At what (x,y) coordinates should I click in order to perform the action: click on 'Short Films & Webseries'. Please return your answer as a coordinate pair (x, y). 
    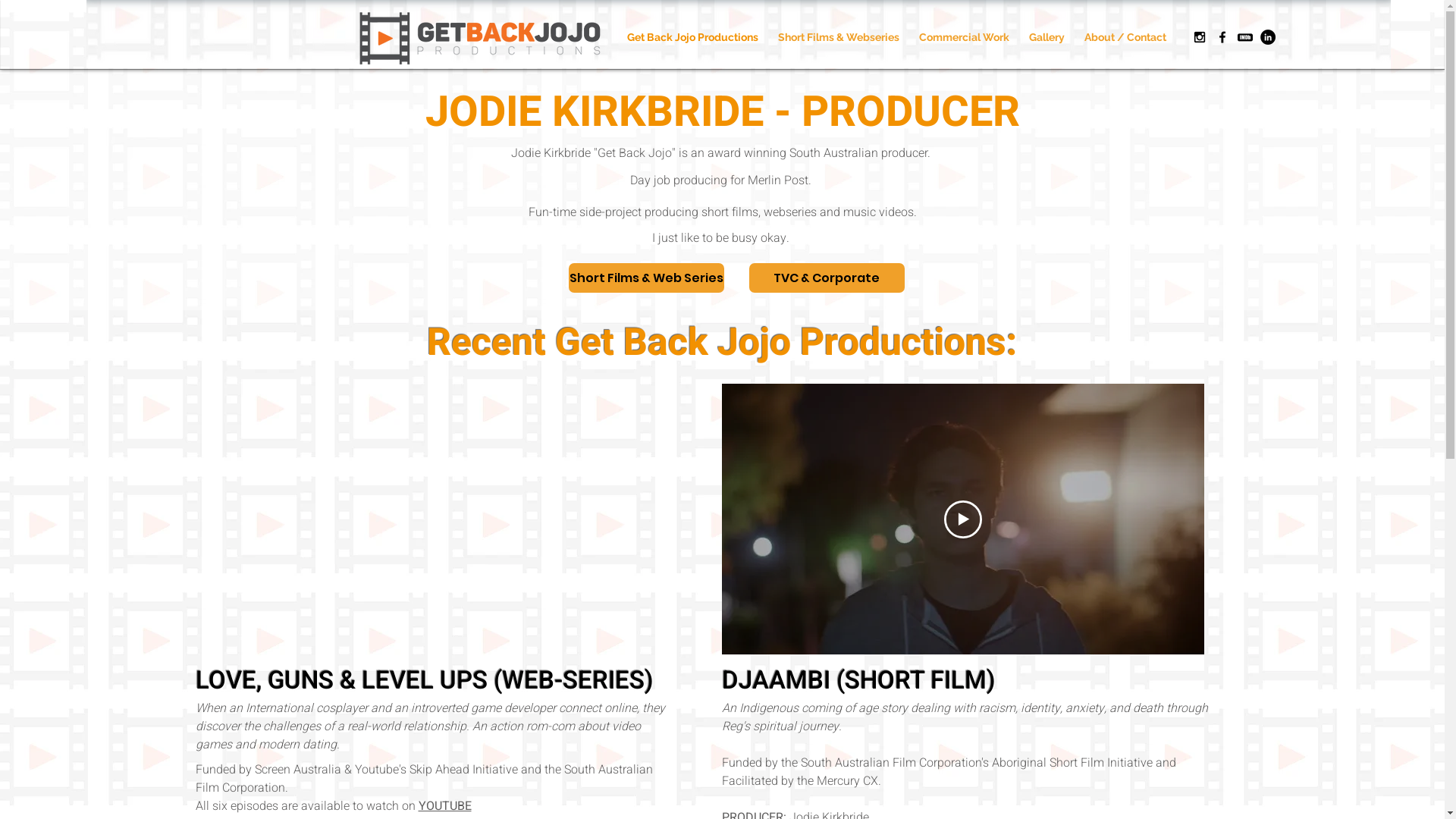
    Looking at the image, I should click on (836, 36).